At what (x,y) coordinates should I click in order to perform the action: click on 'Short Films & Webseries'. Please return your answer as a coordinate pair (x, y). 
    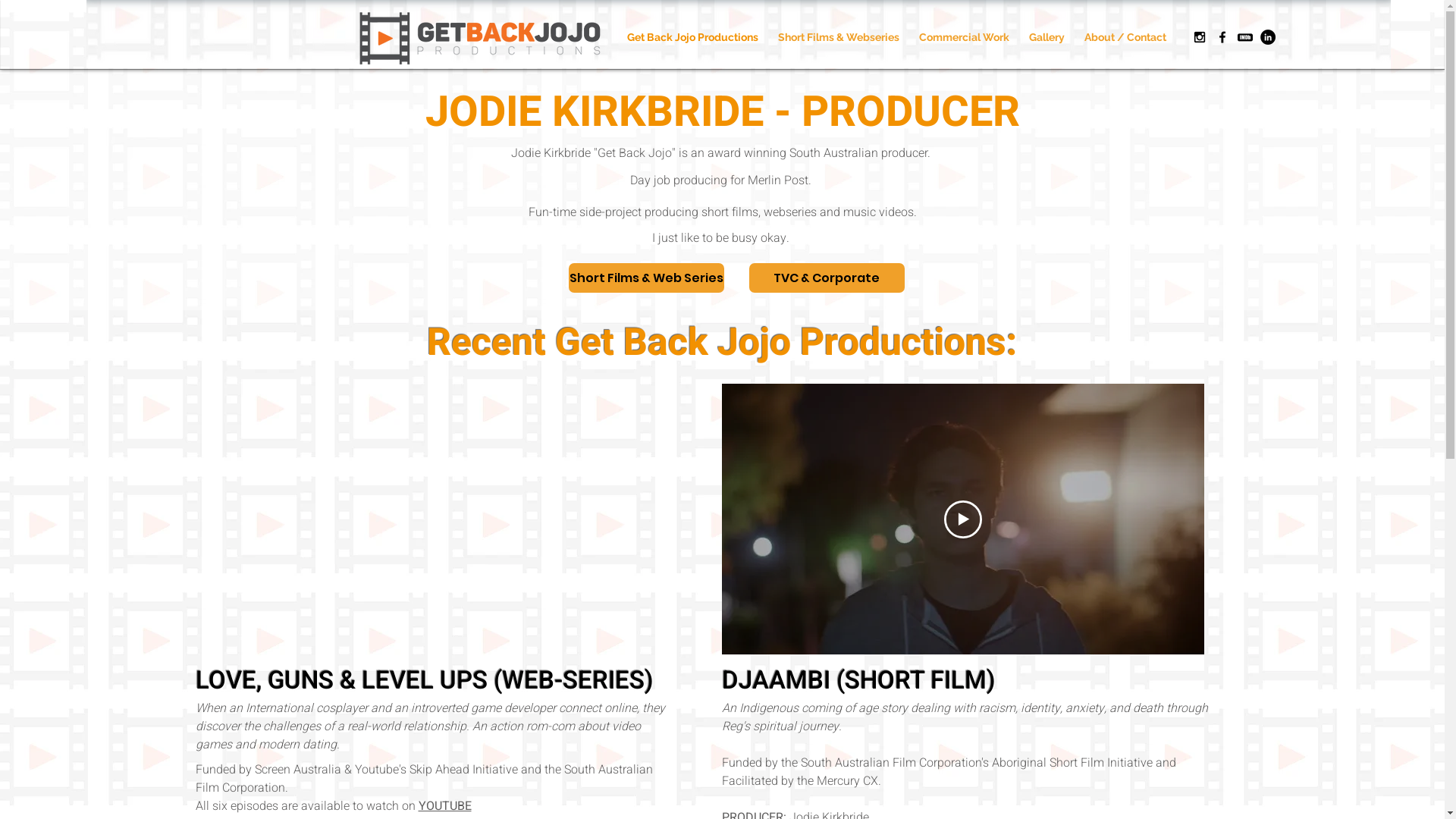
    Looking at the image, I should click on (836, 36).